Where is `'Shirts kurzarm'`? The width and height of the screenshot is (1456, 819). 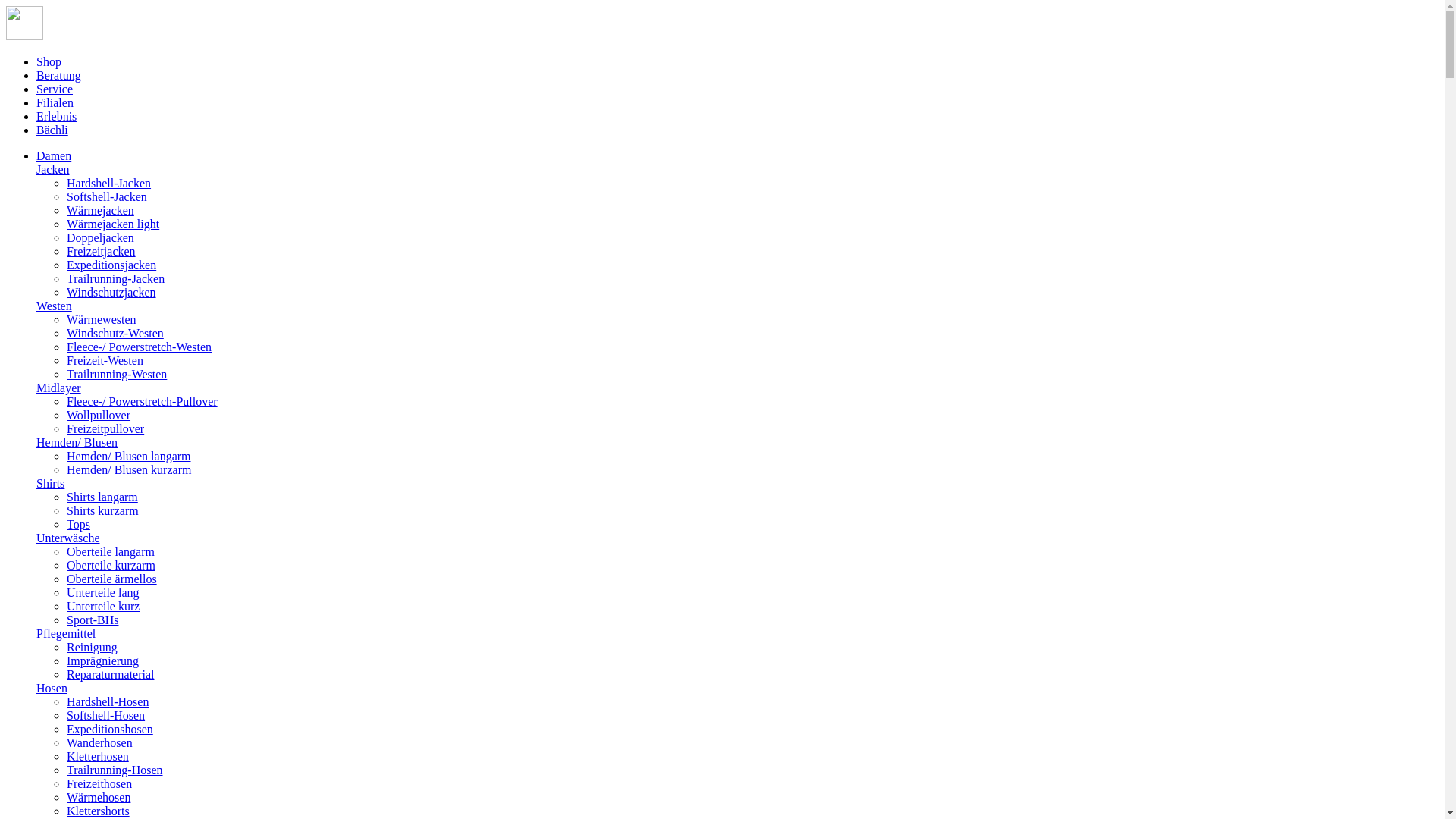
'Shirts kurzarm' is located at coordinates (65, 510).